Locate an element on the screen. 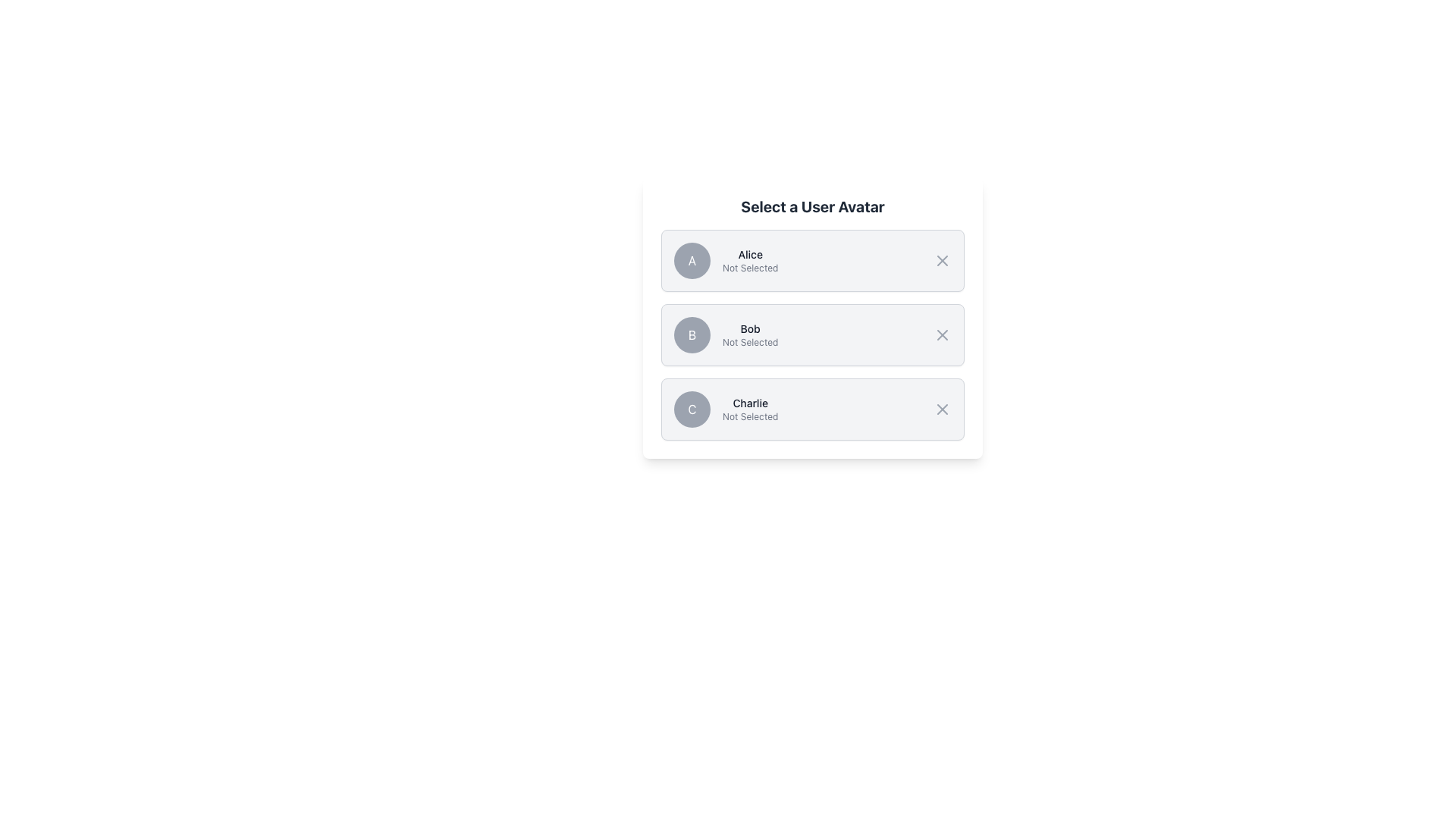 The image size is (1456, 819). the circular avatar icon with a gray background and a white letter 'A' is located at coordinates (691, 259).